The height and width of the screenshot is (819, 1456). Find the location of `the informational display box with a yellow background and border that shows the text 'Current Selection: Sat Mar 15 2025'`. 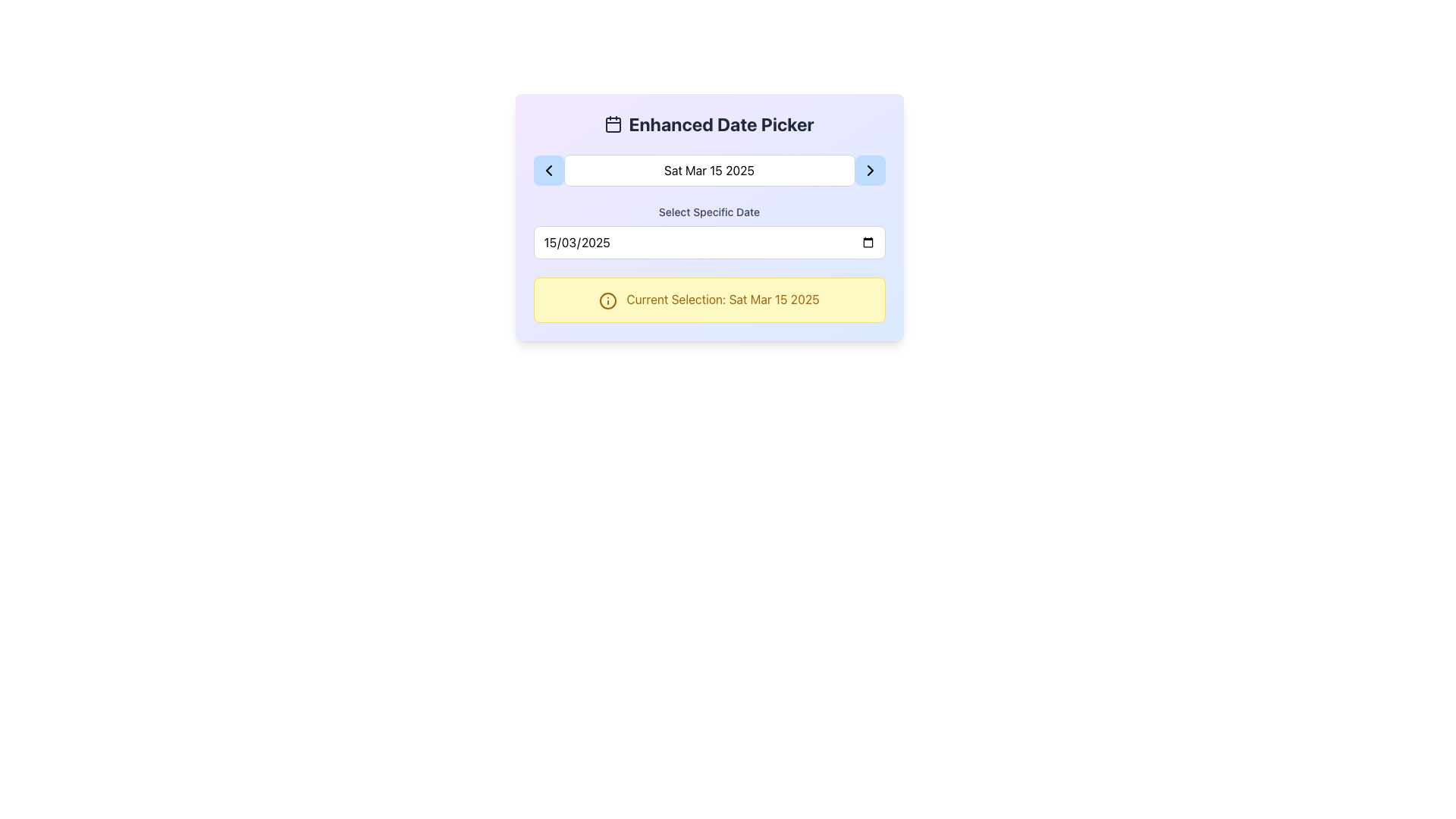

the informational display box with a yellow background and border that shows the text 'Current Selection: Sat Mar 15 2025' is located at coordinates (708, 300).